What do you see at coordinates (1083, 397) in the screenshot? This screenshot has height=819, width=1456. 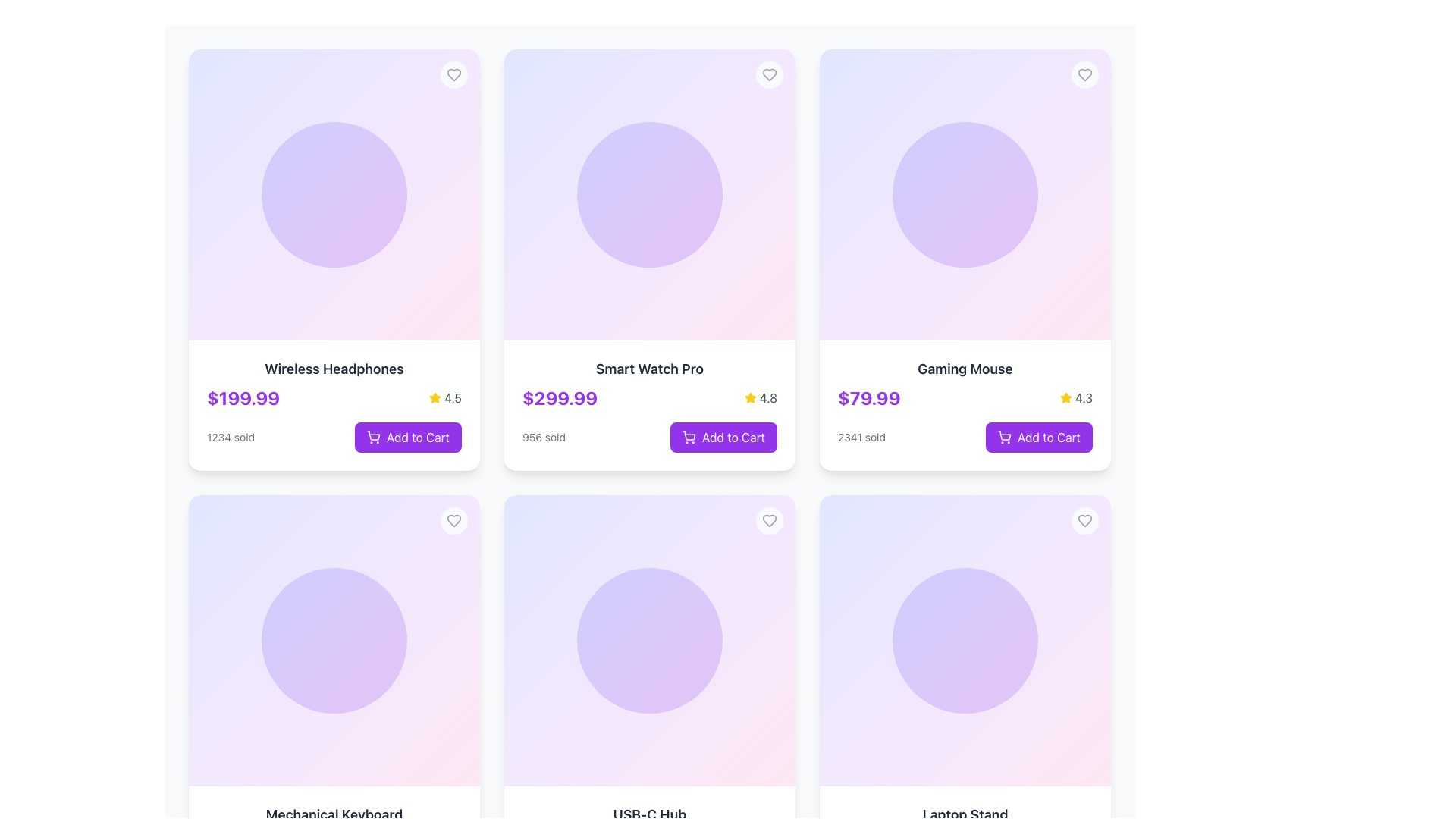 I see `the text label displaying the numeric rating '4.3' in gray color, part of a group with a yellow star icon, located near the bottom-right corner of the 'Gaming Mouse' card for accessibility` at bounding box center [1083, 397].